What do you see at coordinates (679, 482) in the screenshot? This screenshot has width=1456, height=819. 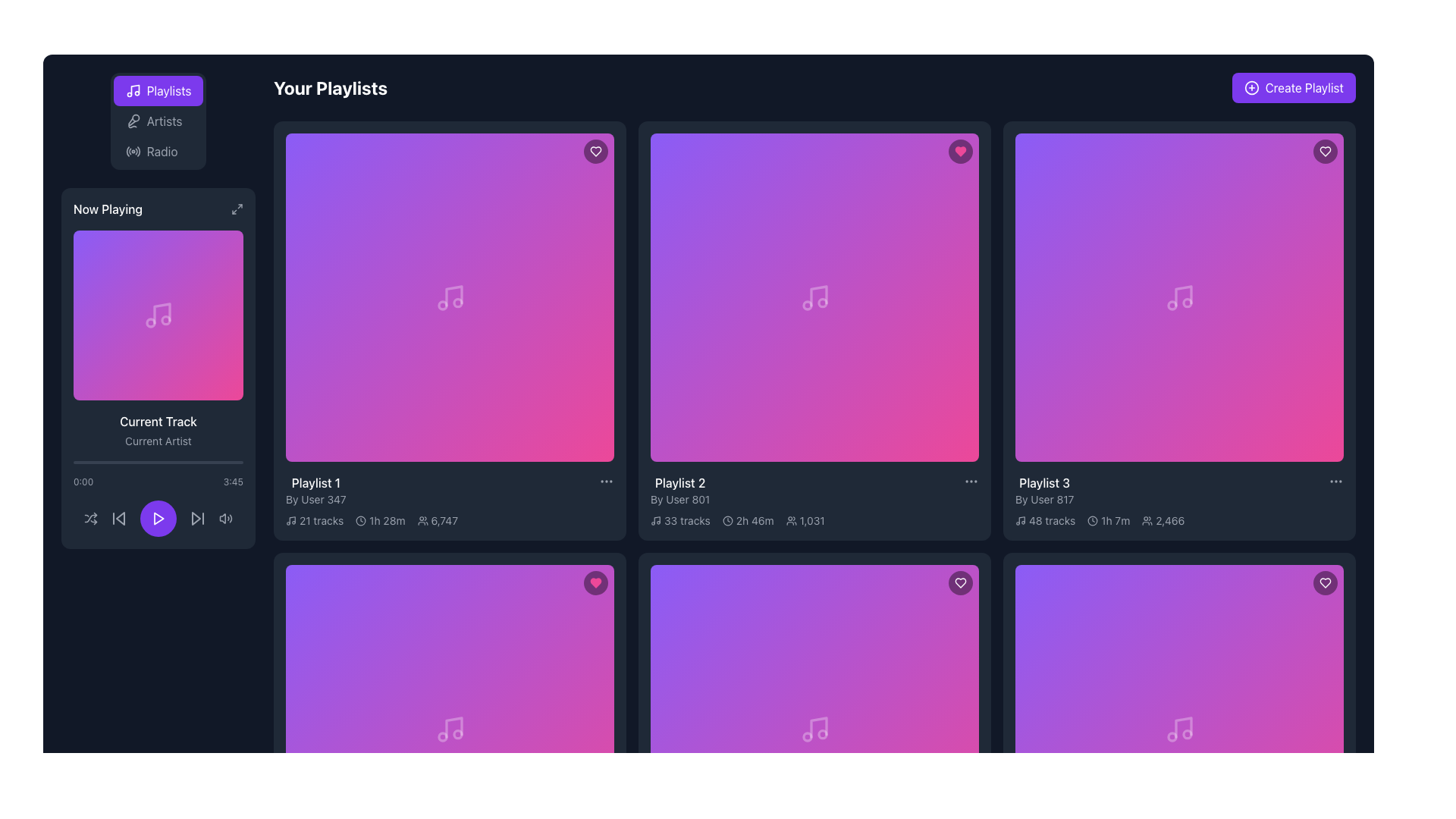 I see `the 'Playlist 2' text element, which is prominently displayed in white on a dark background within the second playlist card in the top row of the playlist grid` at bounding box center [679, 482].